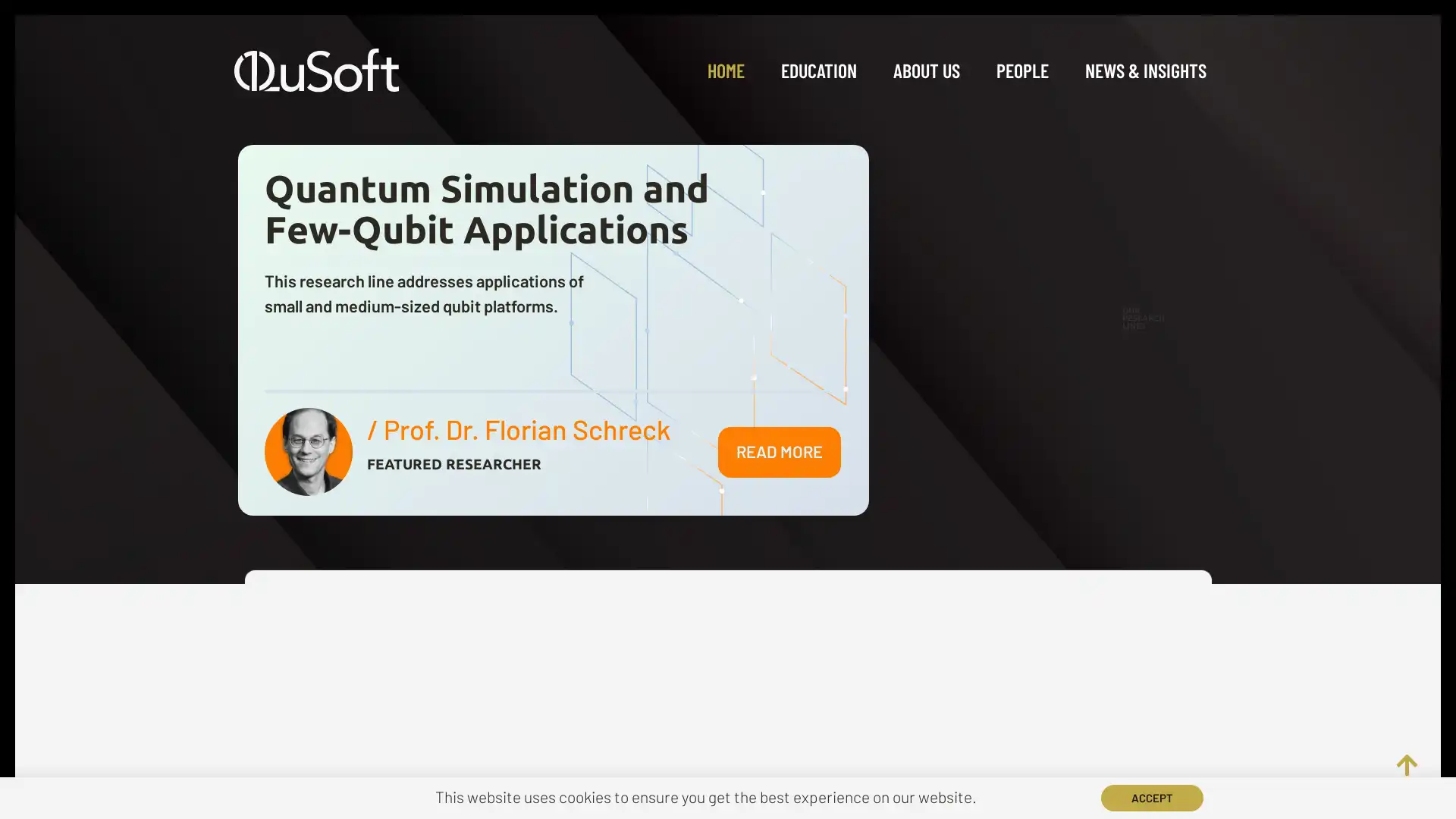 The width and height of the screenshot is (1456, 819). What do you see at coordinates (779, 450) in the screenshot?
I see `READ MORE` at bounding box center [779, 450].